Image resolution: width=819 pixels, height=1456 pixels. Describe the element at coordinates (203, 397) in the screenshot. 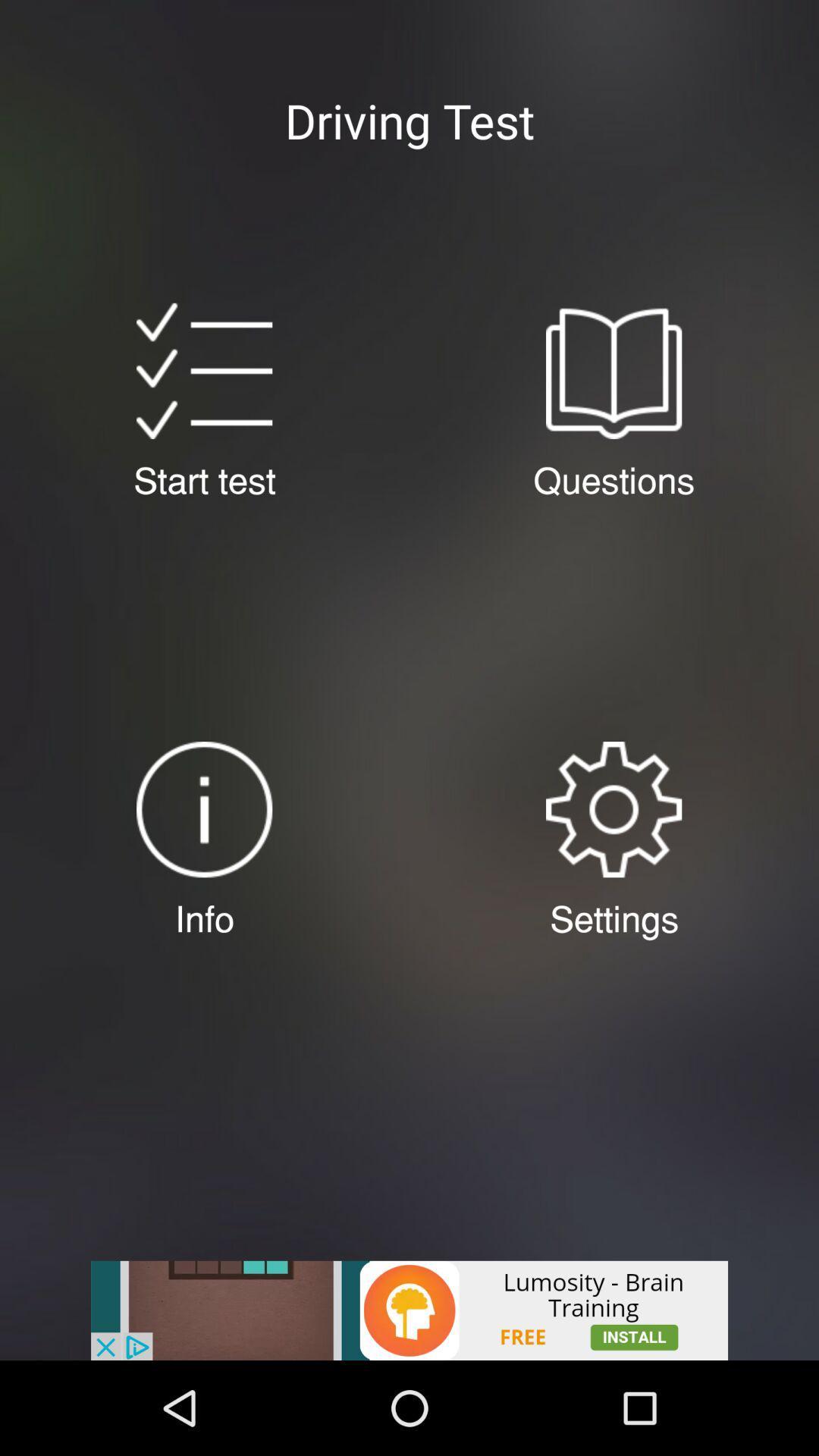

I see `the list icon` at that location.